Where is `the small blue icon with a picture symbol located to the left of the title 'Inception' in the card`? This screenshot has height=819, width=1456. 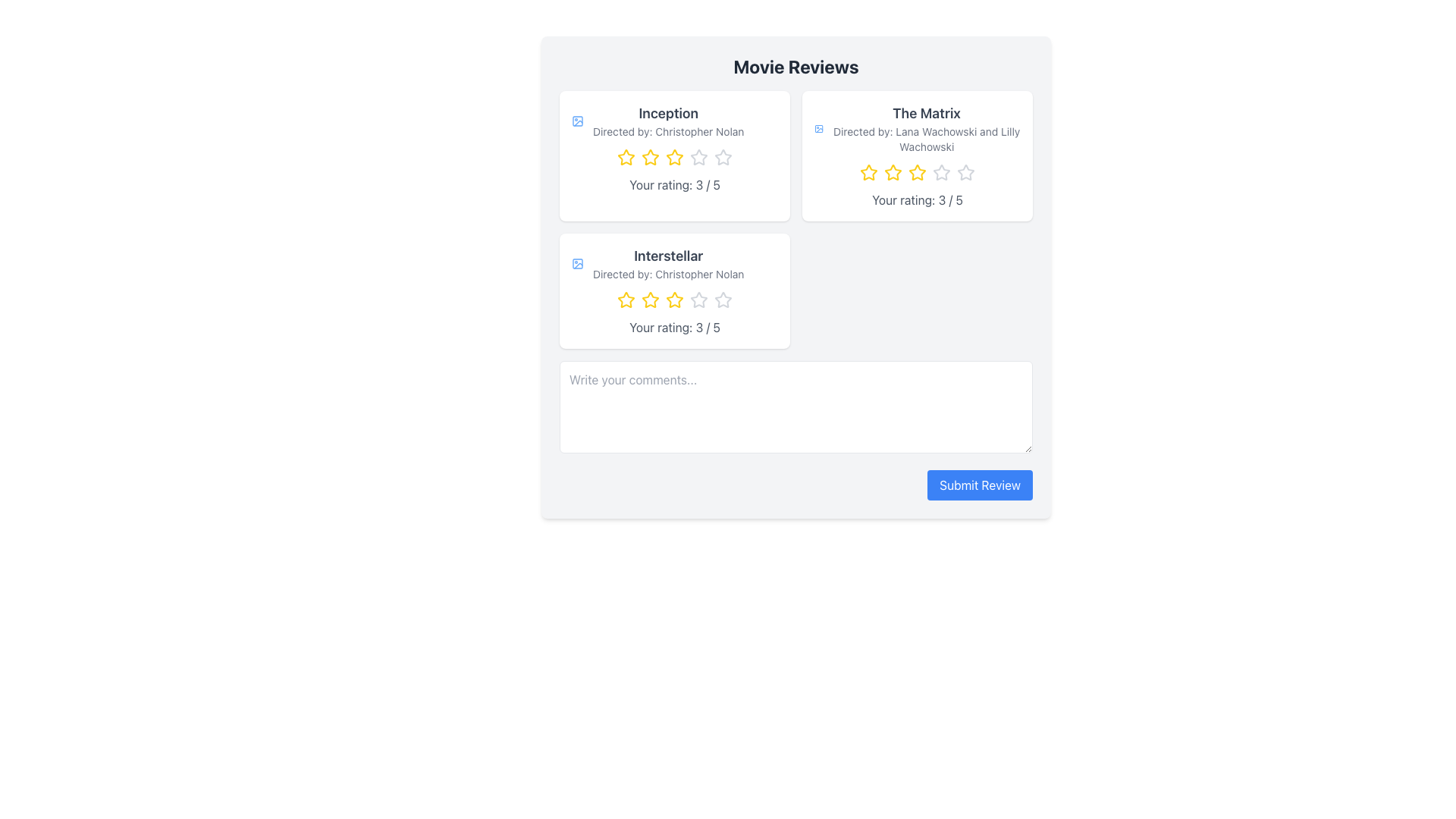
the small blue icon with a picture symbol located to the left of the title 'Inception' in the card is located at coordinates (577, 120).